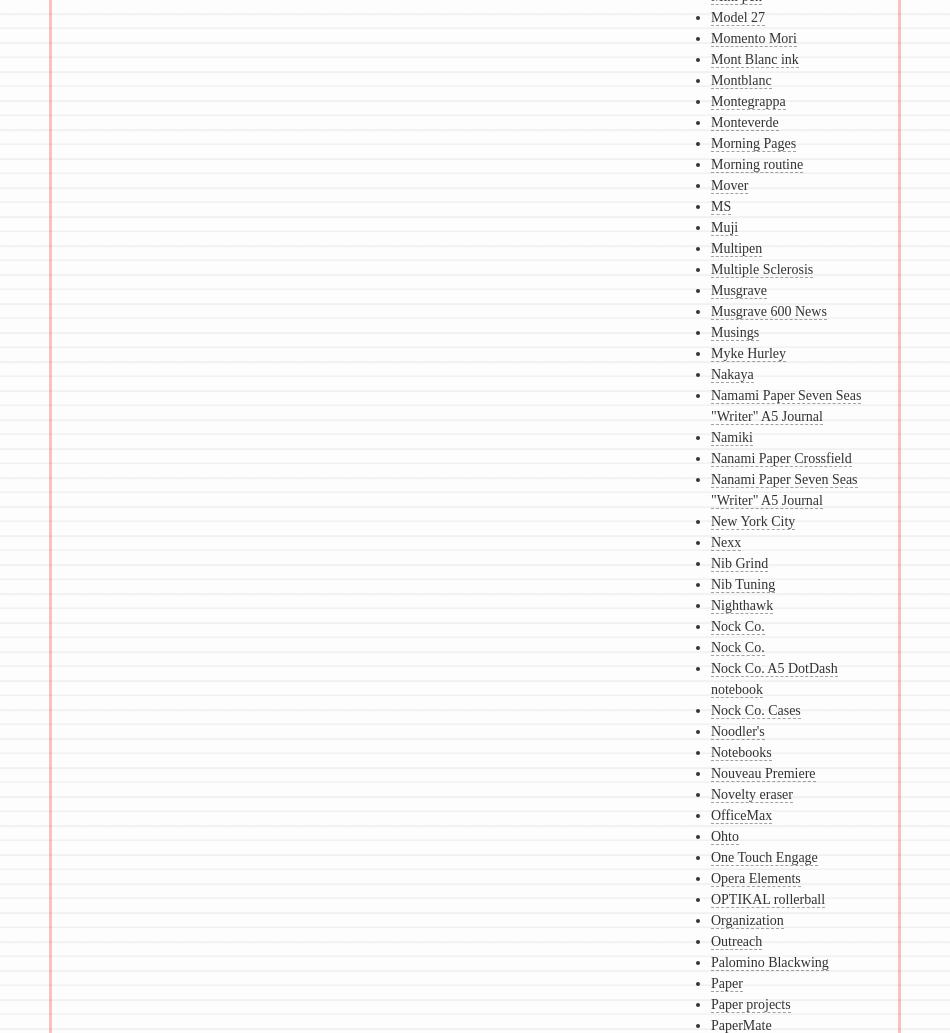 This screenshot has height=1033, width=950. What do you see at coordinates (751, 143) in the screenshot?
I see `'Morning Pages'` at bounding box center [751, 143].